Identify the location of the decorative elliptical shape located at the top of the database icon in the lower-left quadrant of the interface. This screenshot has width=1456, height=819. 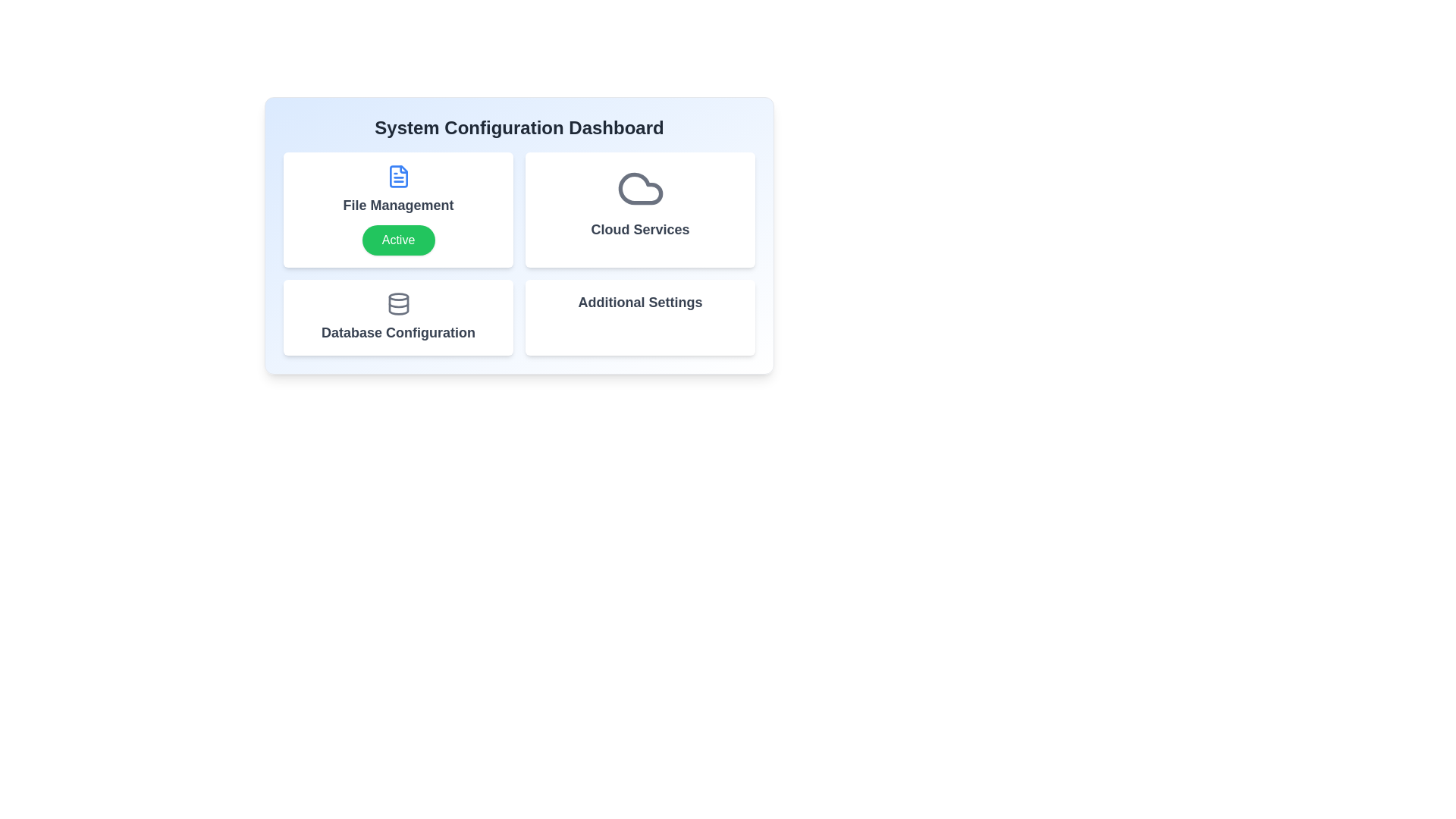
(398, 297).